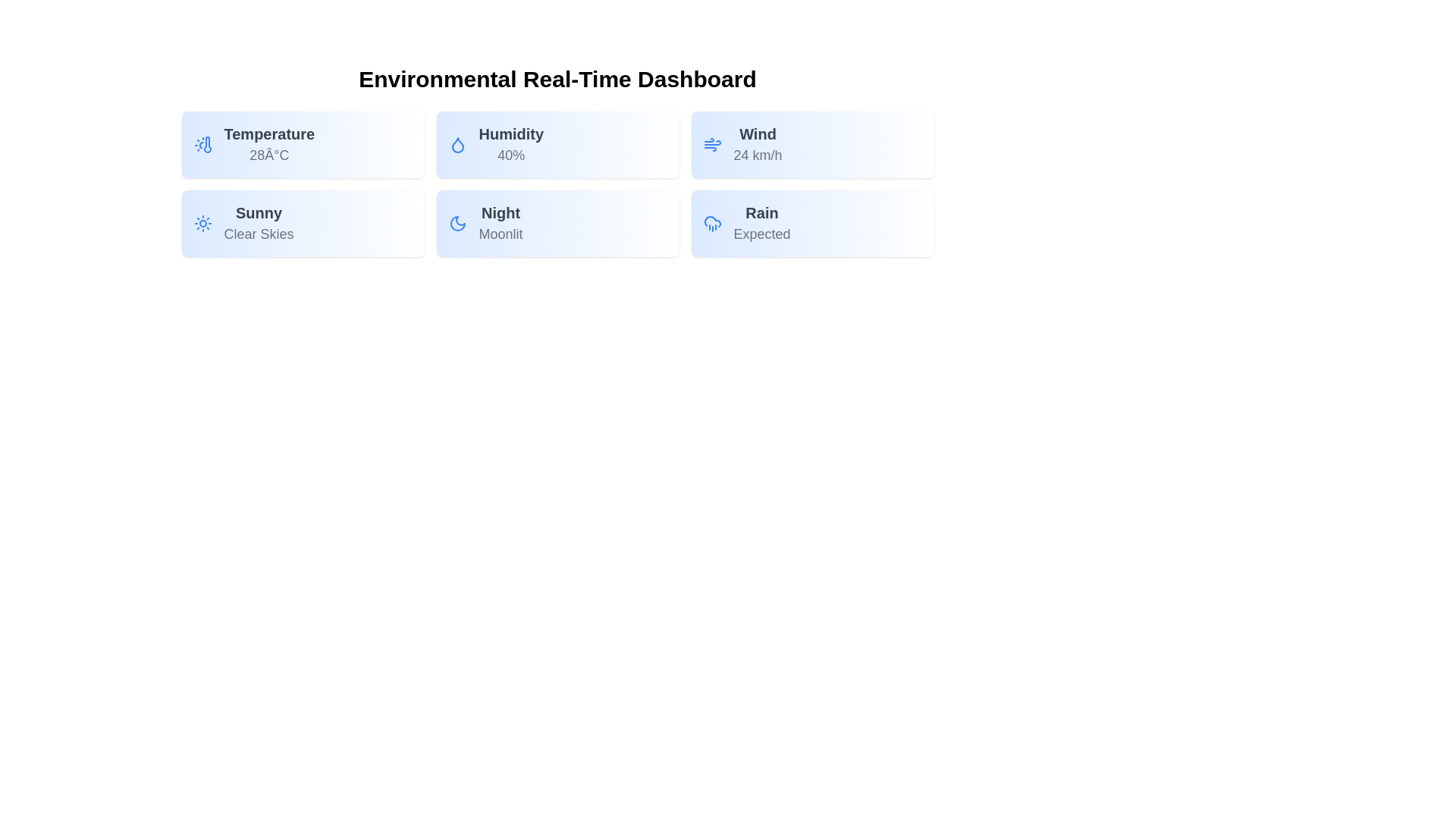 The width and height of the screenshot is (1456, 819). Describe the element at coordinates (303, 145) in the screenshot. I see `the temperature display card located at the top-left corner of the grid layout` at that location.